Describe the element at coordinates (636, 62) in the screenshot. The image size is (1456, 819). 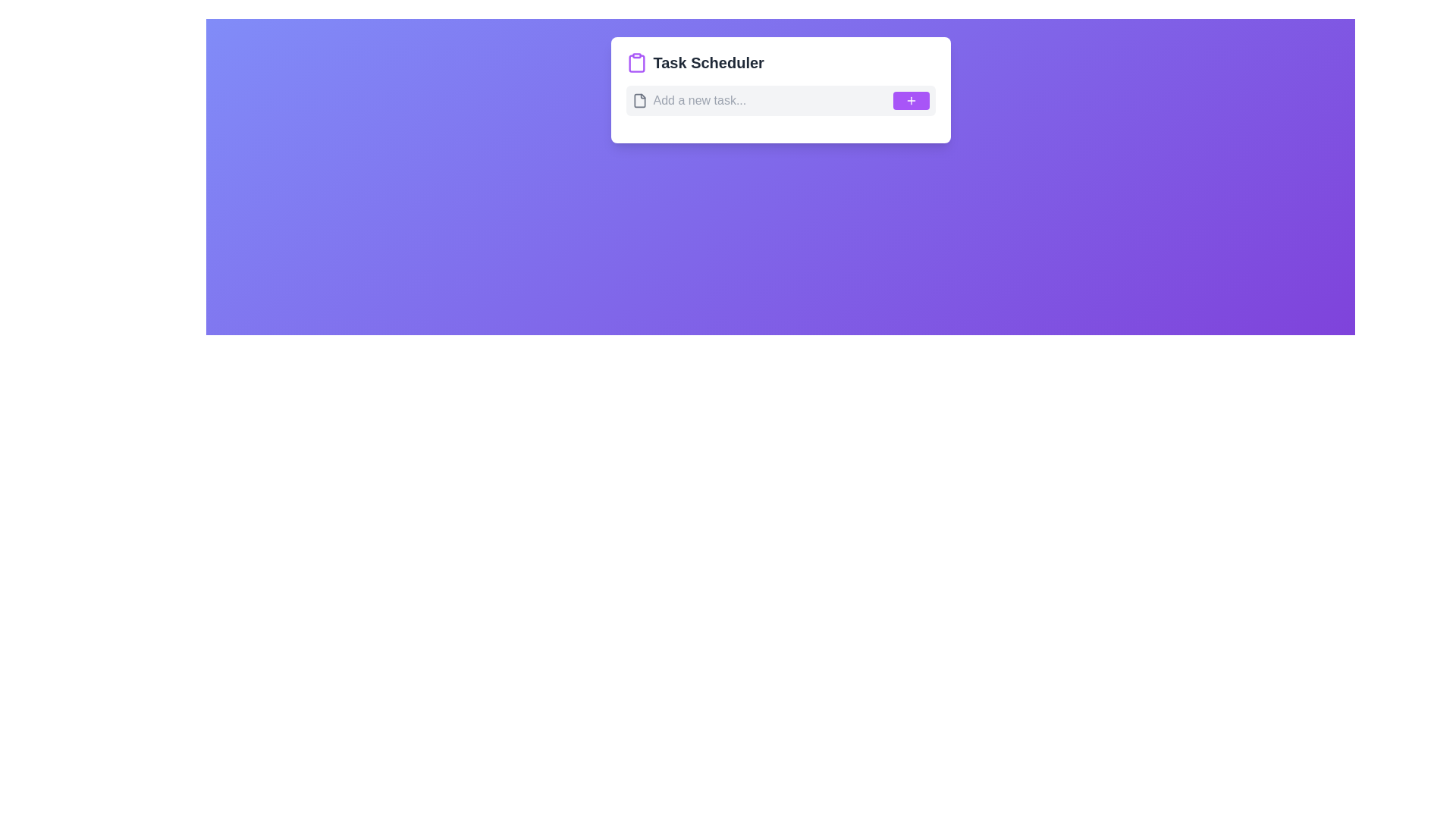
I see `the clipboard icon located to the left of the 'Task Scheduler' heading, which serves as a visual representation of task management` at that location.